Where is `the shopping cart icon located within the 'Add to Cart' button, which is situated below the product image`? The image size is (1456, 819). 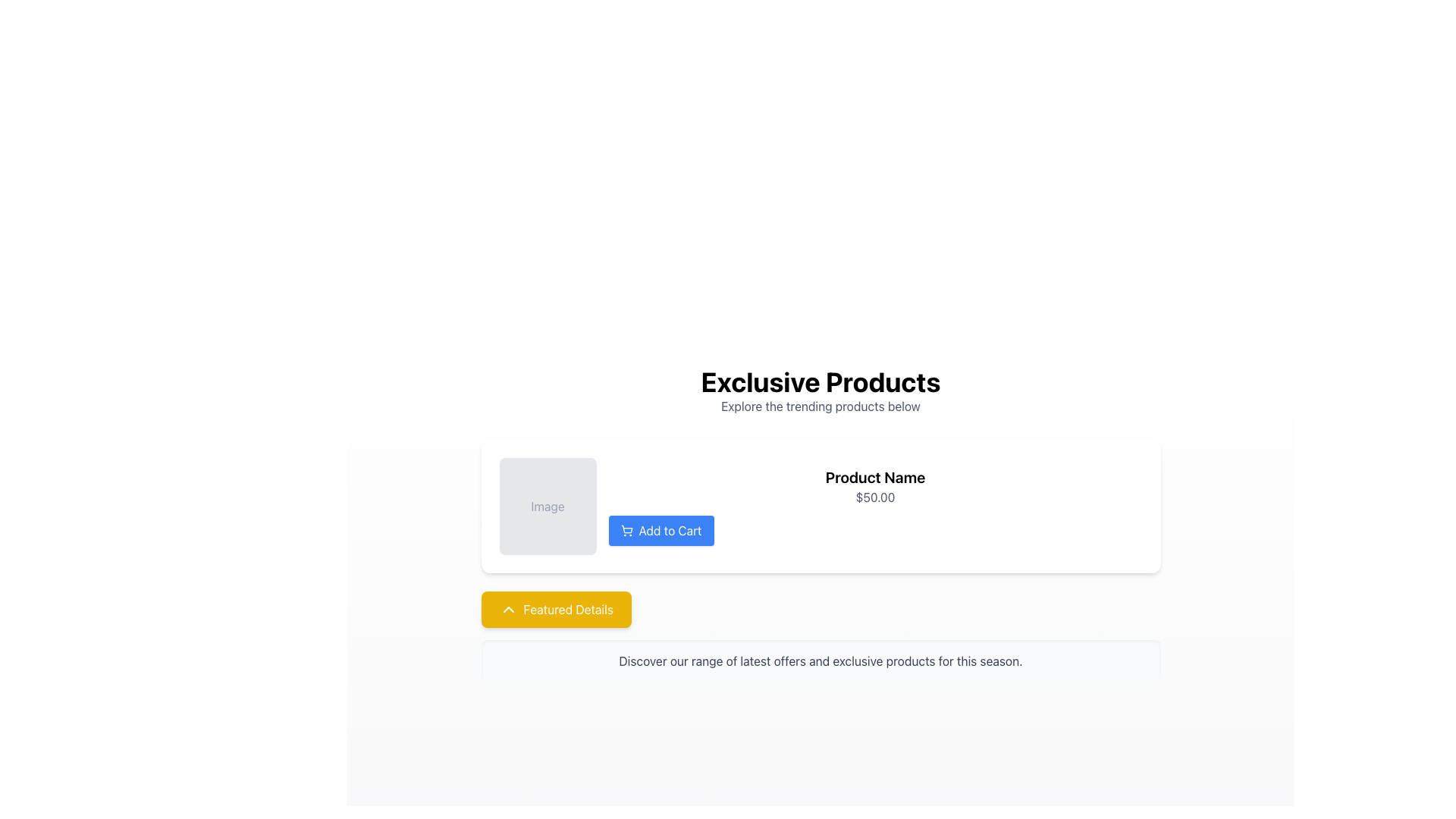 the shopping cart icon located within the 'Add to Cart' button, which is situated below the product image is located at coordinates (626, 529).